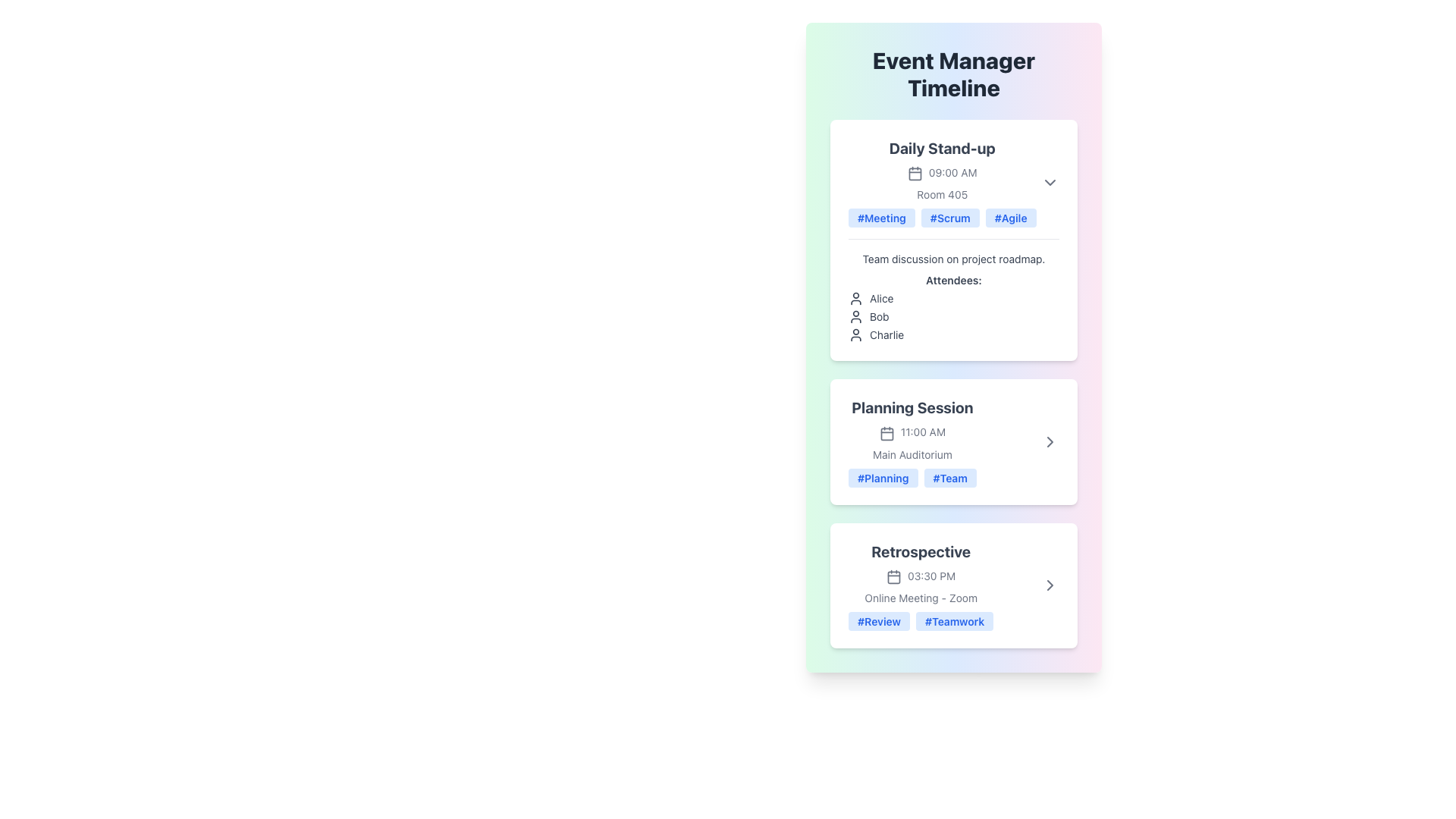 The height and width of the screenshot is (819, 1456). What do you see at coordinates (952, 298) in the screenshot?
I see `the first entry in the attendees list labeled 'Alice' under the 'Daily Stand-up' section` at bounding box center [952, 298].